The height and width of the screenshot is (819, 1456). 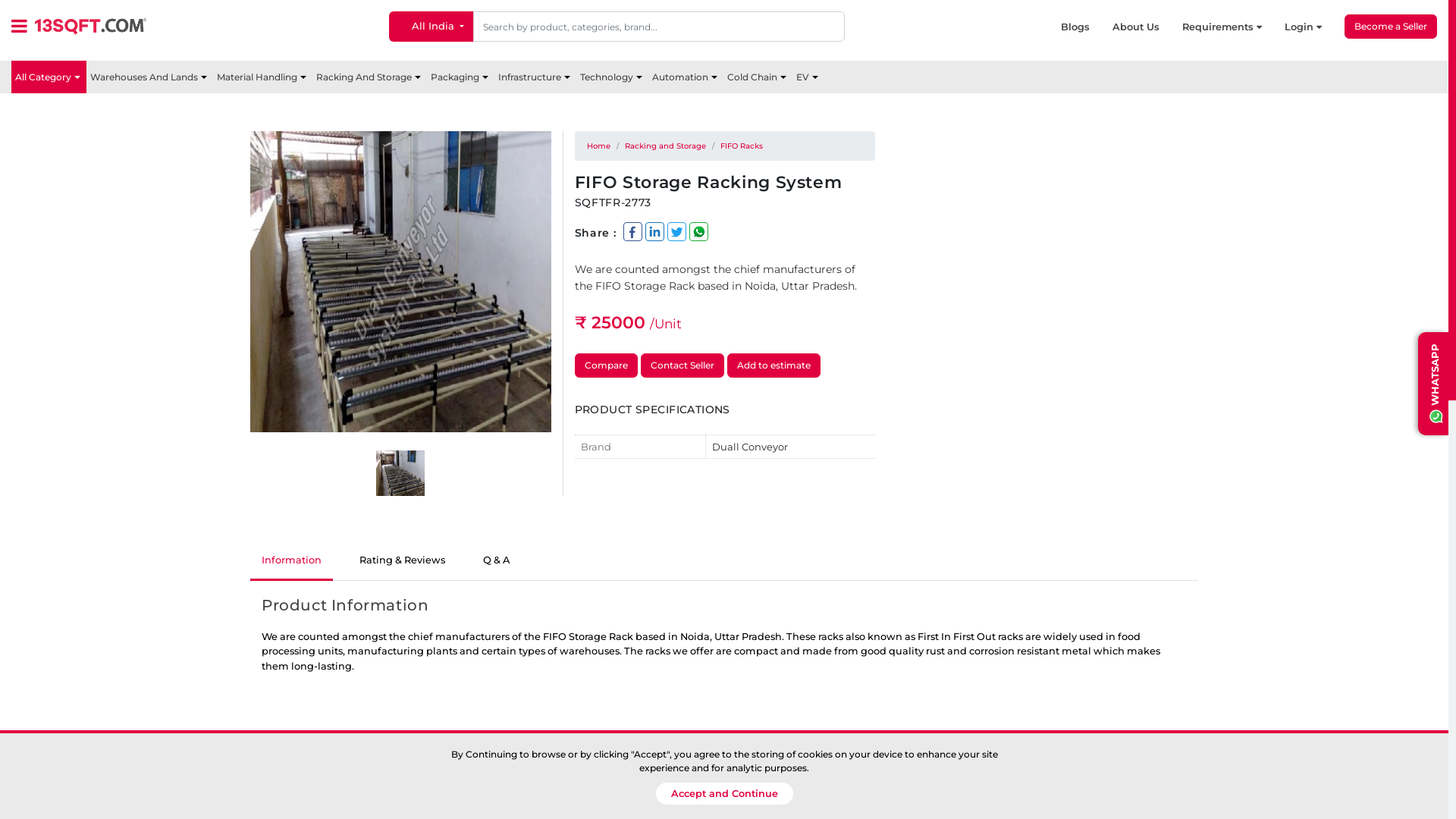 I want to click on 'Blogs', so click(x=1086, y=27).